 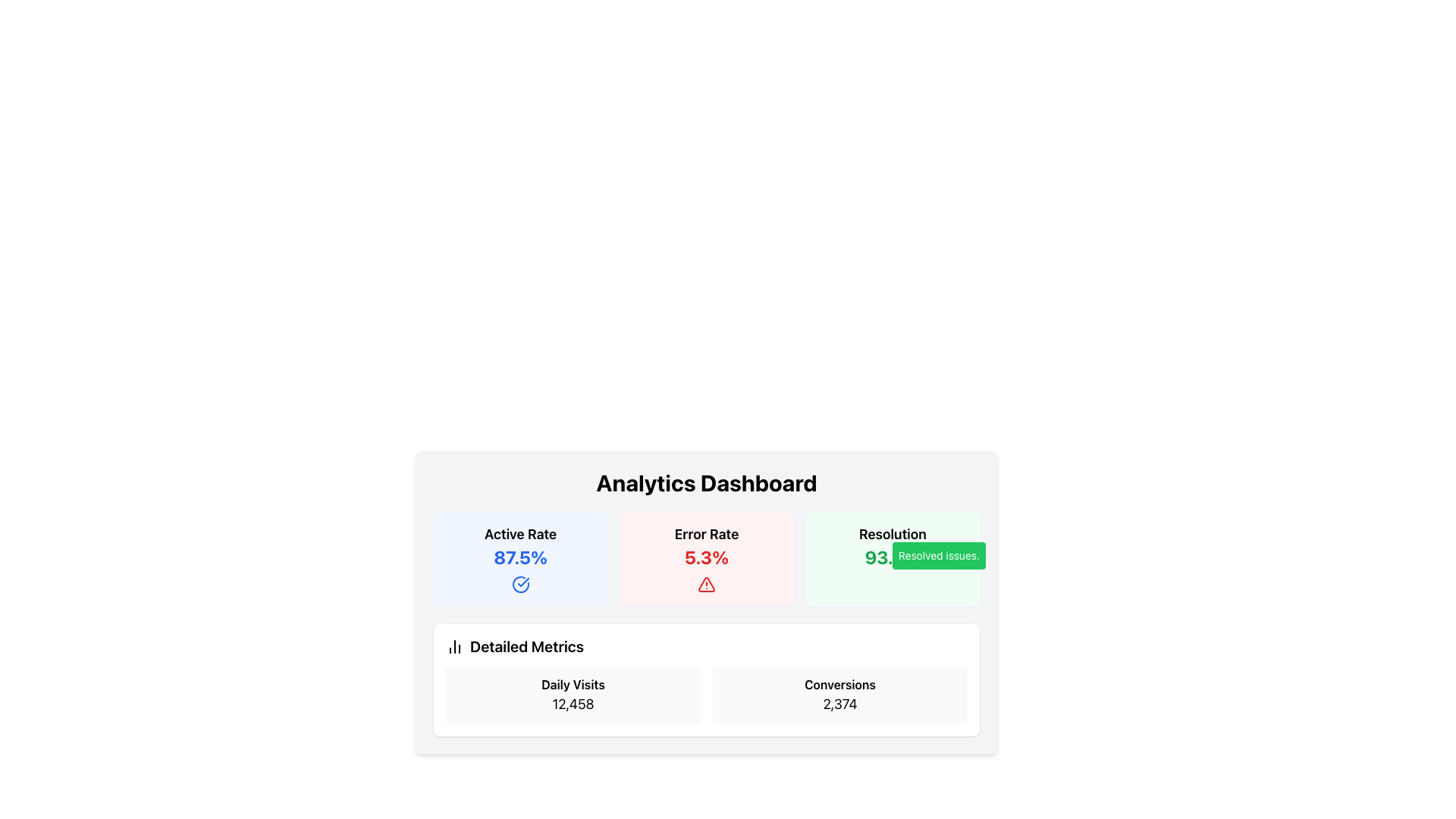 What do you see at coordinates (520, 584) in the screenshot?
I see `the status marker icon for the 'Active Rate' metric, located within the first card labeled 'Active Rate', positioned below the text '87.5%'` at bounding box center [520, 584].